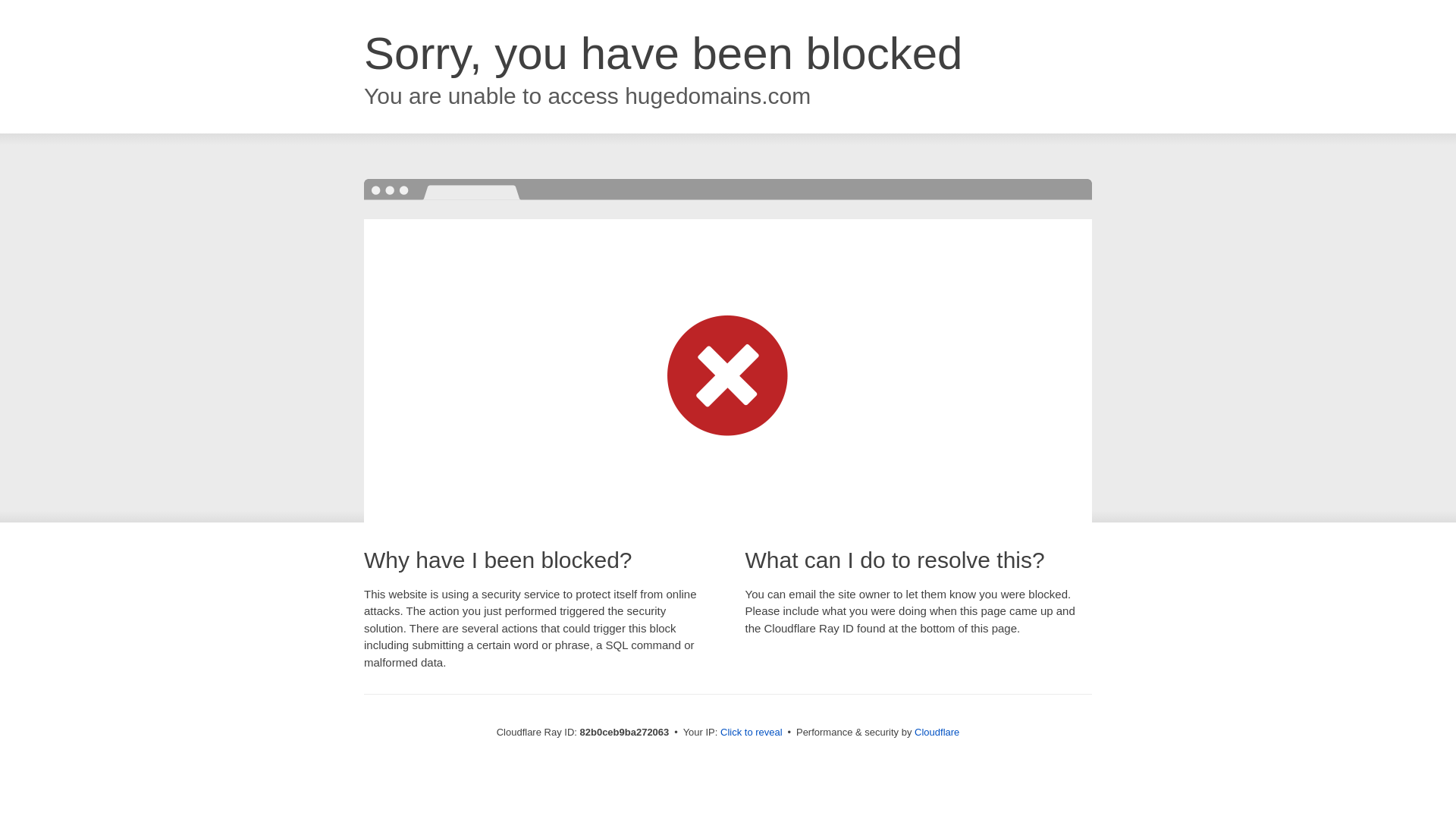  What do you see at coordinates (751, 731) in the screenshot?
I see `'Click to reveal'` at bounding box center [751, 731].